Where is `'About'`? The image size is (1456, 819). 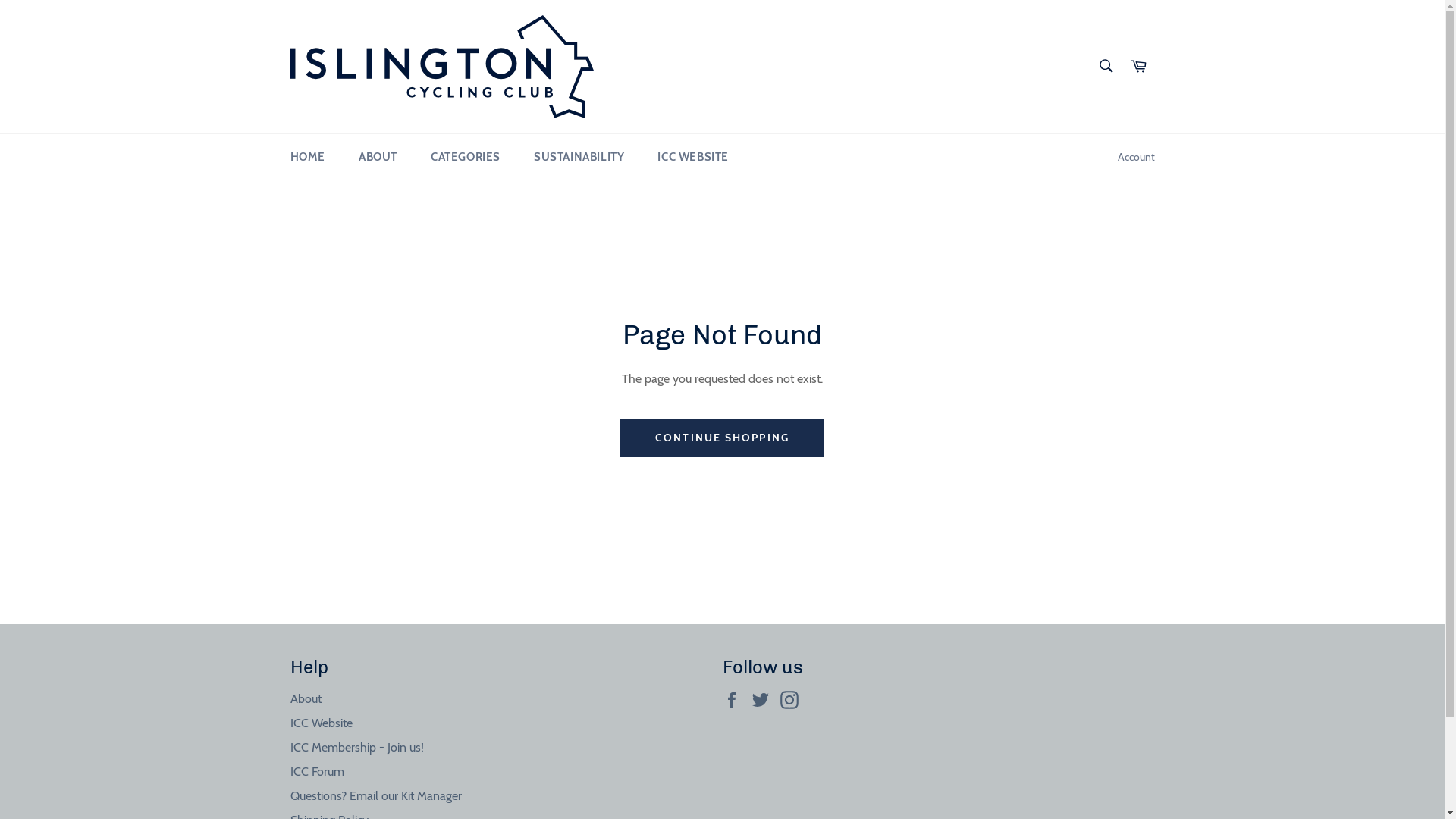
'About' is located at coordinates (290, 698).